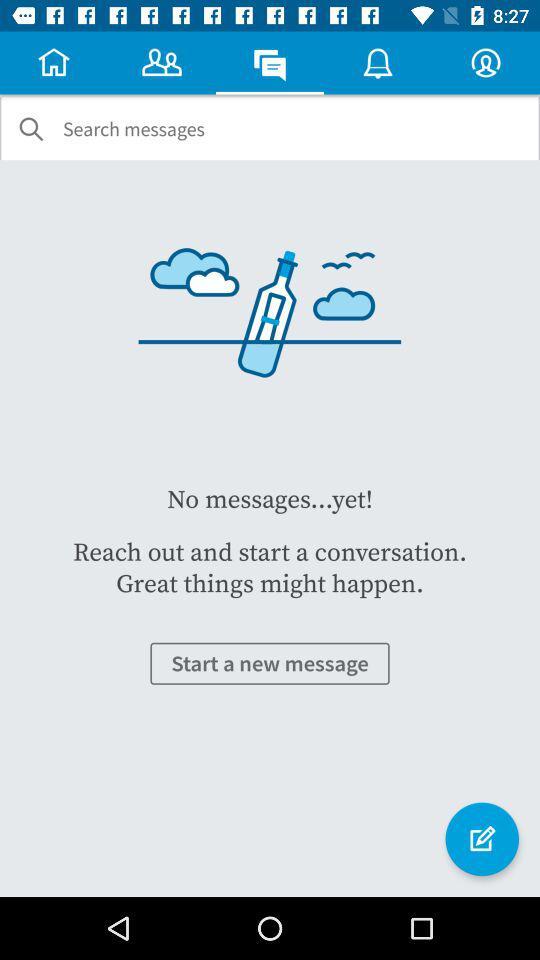  What do you see at coordinates (481, 839) in the screenshot?
I see `the edit icon` at bounding box center [481, 839].